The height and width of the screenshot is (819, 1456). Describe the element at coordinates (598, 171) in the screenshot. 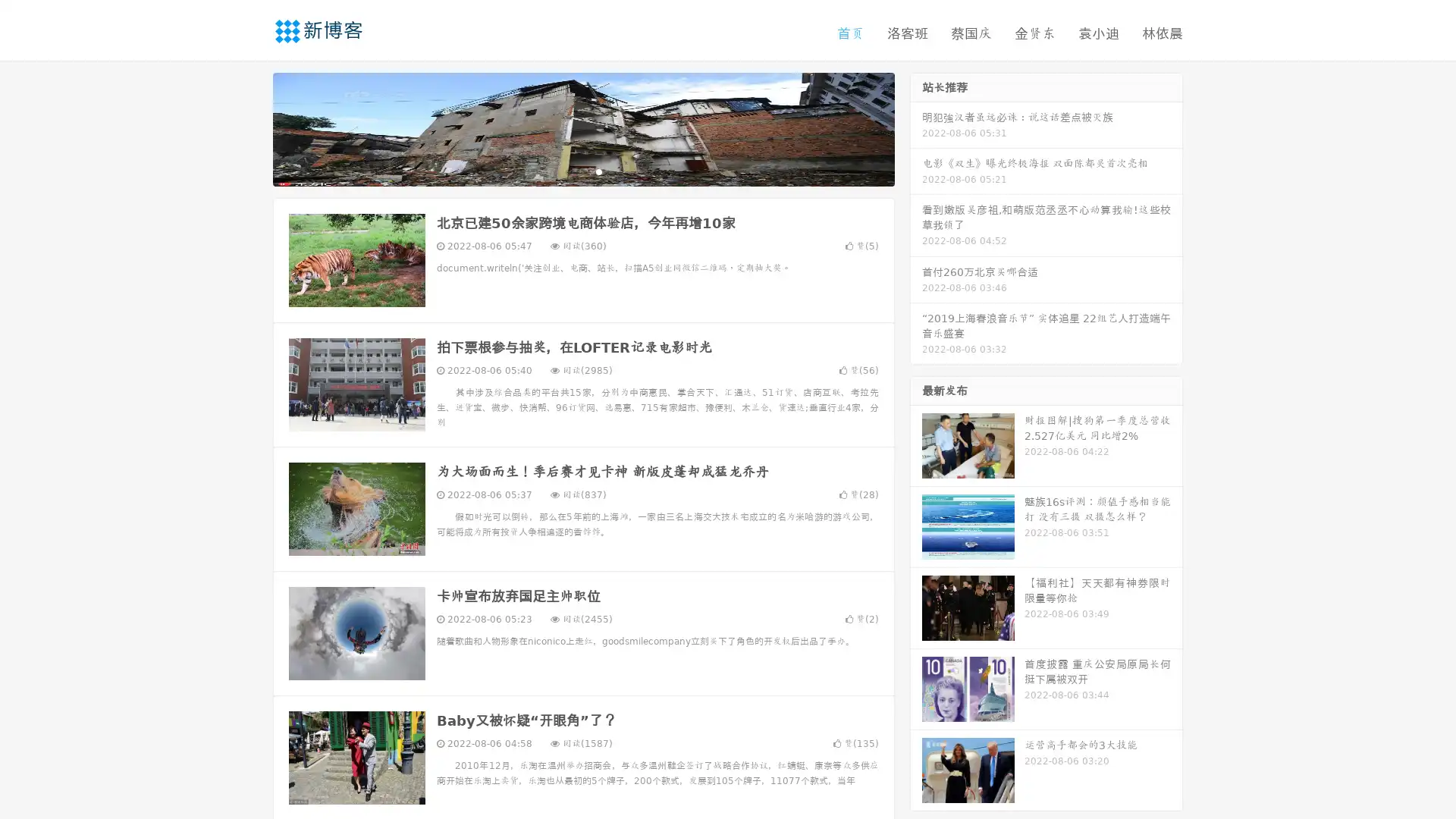

I see `Go to slide 3` at that location.